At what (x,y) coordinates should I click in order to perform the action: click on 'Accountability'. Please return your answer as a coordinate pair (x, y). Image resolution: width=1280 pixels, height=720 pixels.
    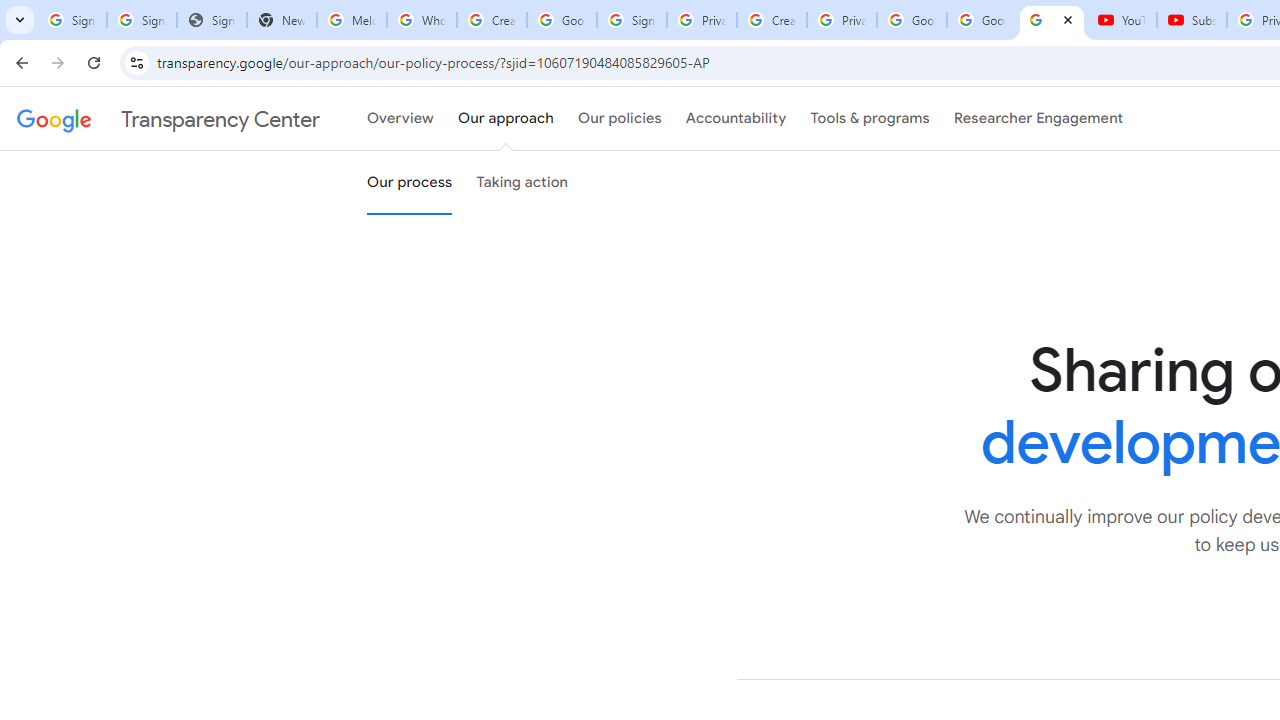
    Looking at the image, I should click on (735, 119).